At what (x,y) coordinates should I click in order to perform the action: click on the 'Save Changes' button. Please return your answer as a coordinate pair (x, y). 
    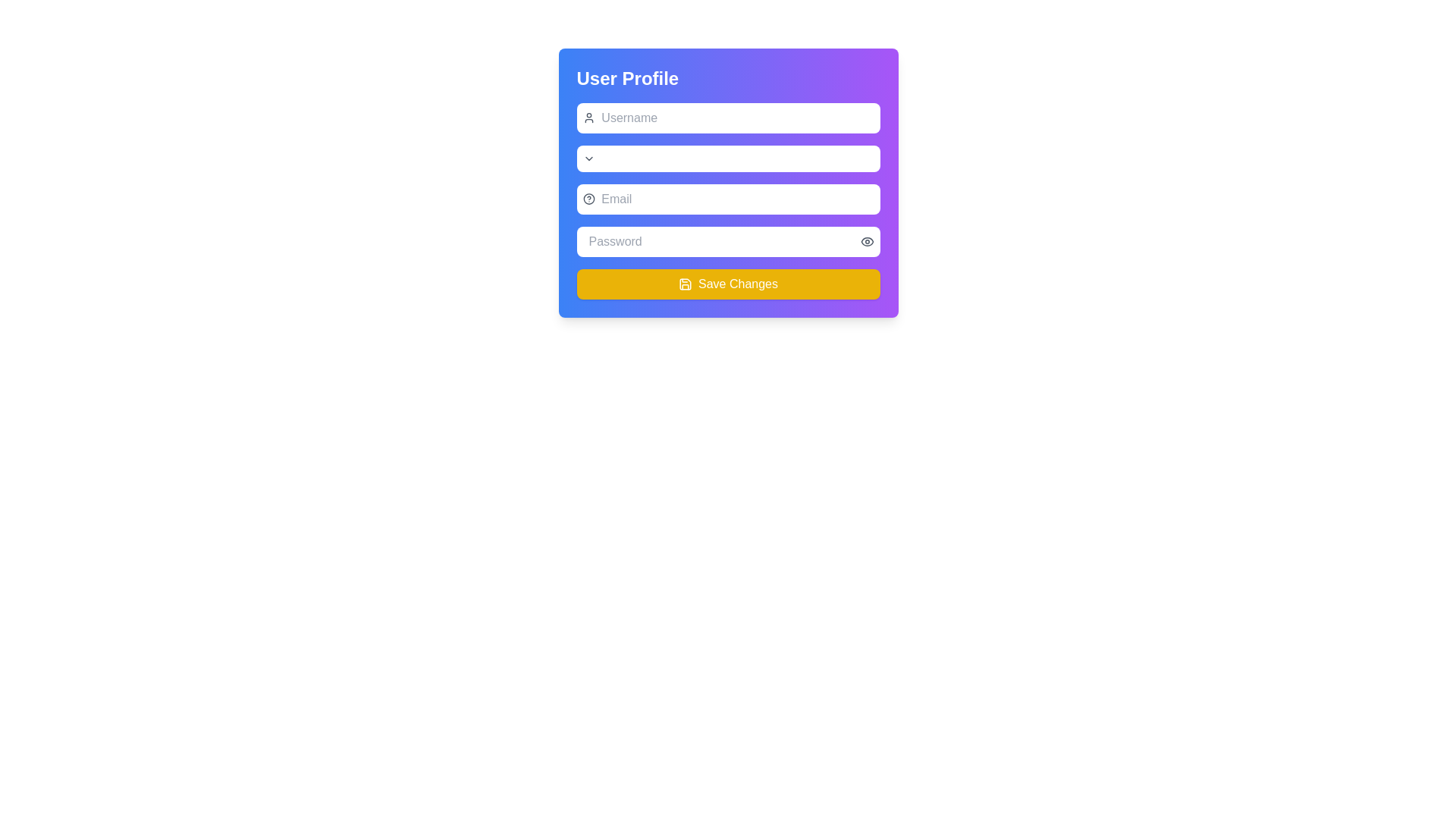
    Looking at the image, I should click on (728, 284).